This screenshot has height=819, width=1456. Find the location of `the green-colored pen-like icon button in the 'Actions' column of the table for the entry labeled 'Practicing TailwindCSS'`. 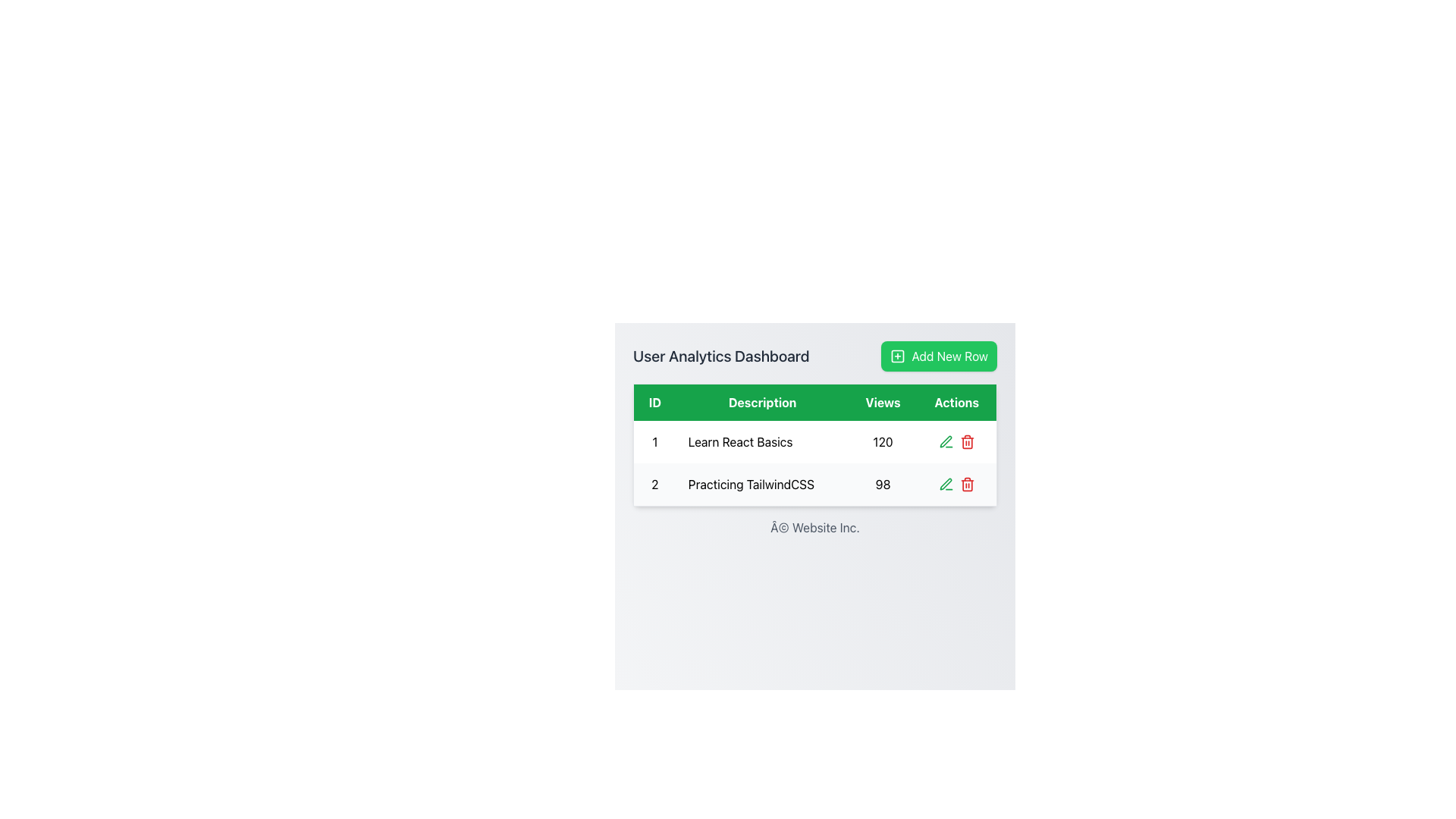

the green-colored pen-like icon button in the 'Actions' column of the table for the entry labeled 'Practicing TailwindCSS' is located at coordinates (945, 441).